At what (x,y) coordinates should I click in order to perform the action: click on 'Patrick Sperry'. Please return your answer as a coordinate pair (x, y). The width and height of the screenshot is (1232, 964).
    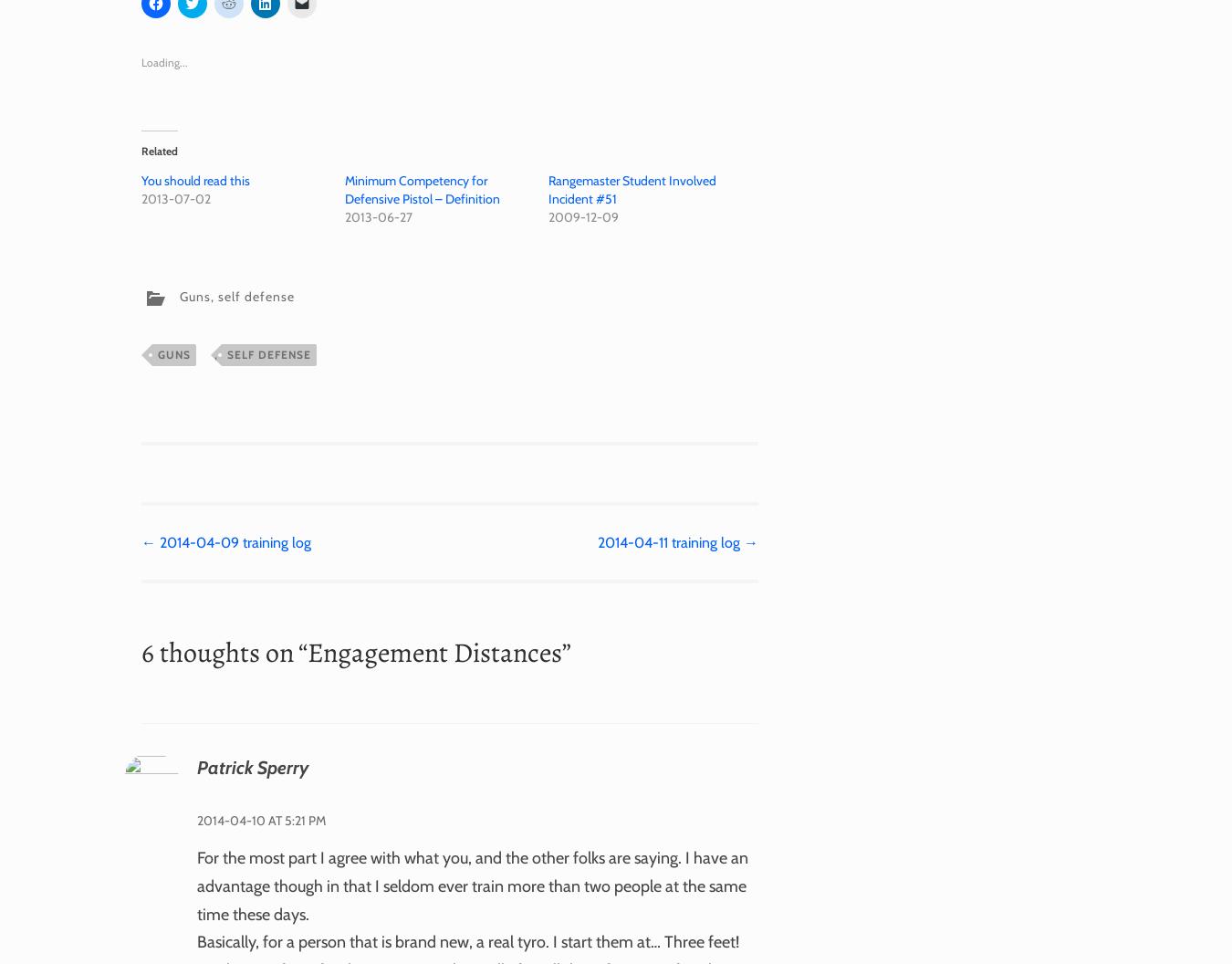
    Looking at the image, I should click on (252, 767).